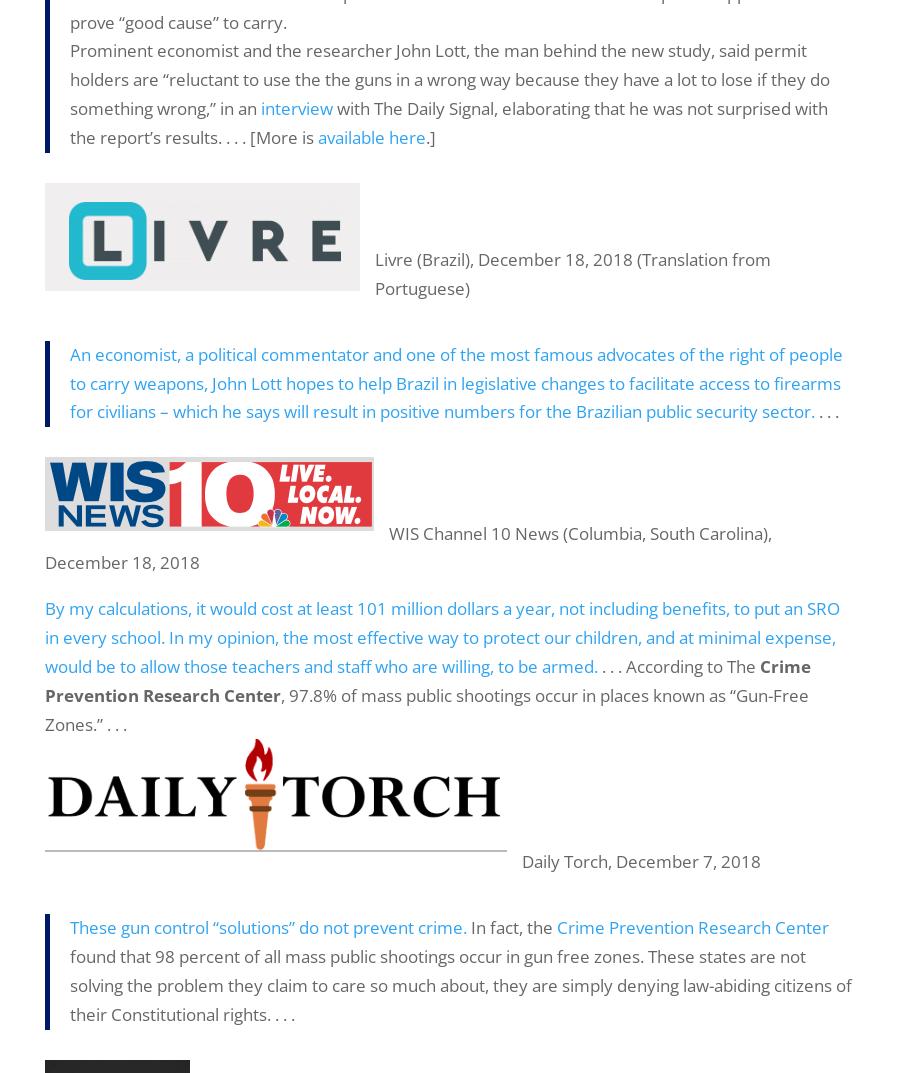 The height and width of the screenshot is (1073, 900). What do you see at coordinates (431, 136) in the screenshot?
I see `'.]'` at bounding box center [431, 136].